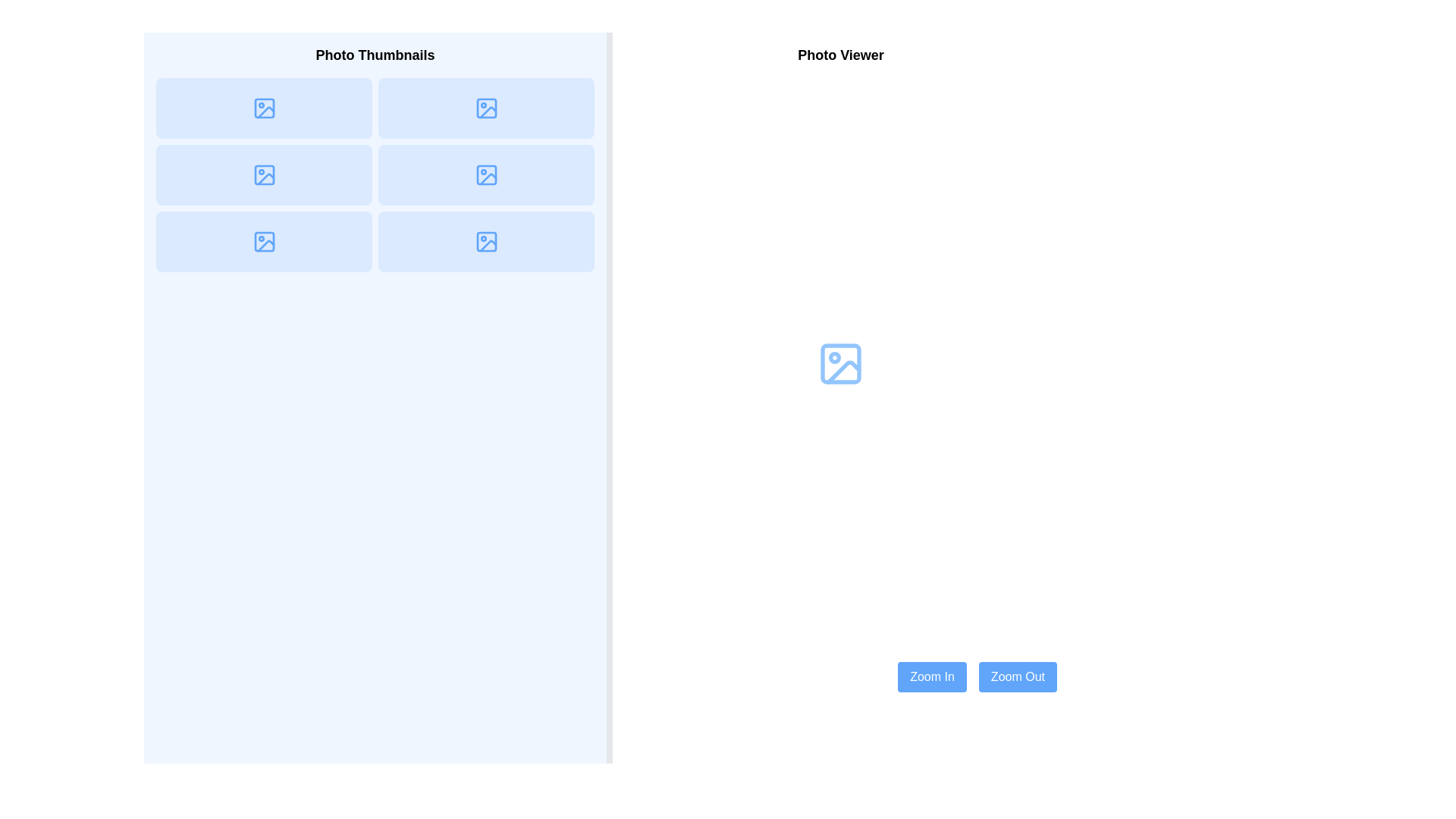  I want to click on the 'Zoom Out' button with a blue background and white text for keyboard interaction, so click(1018, 676).